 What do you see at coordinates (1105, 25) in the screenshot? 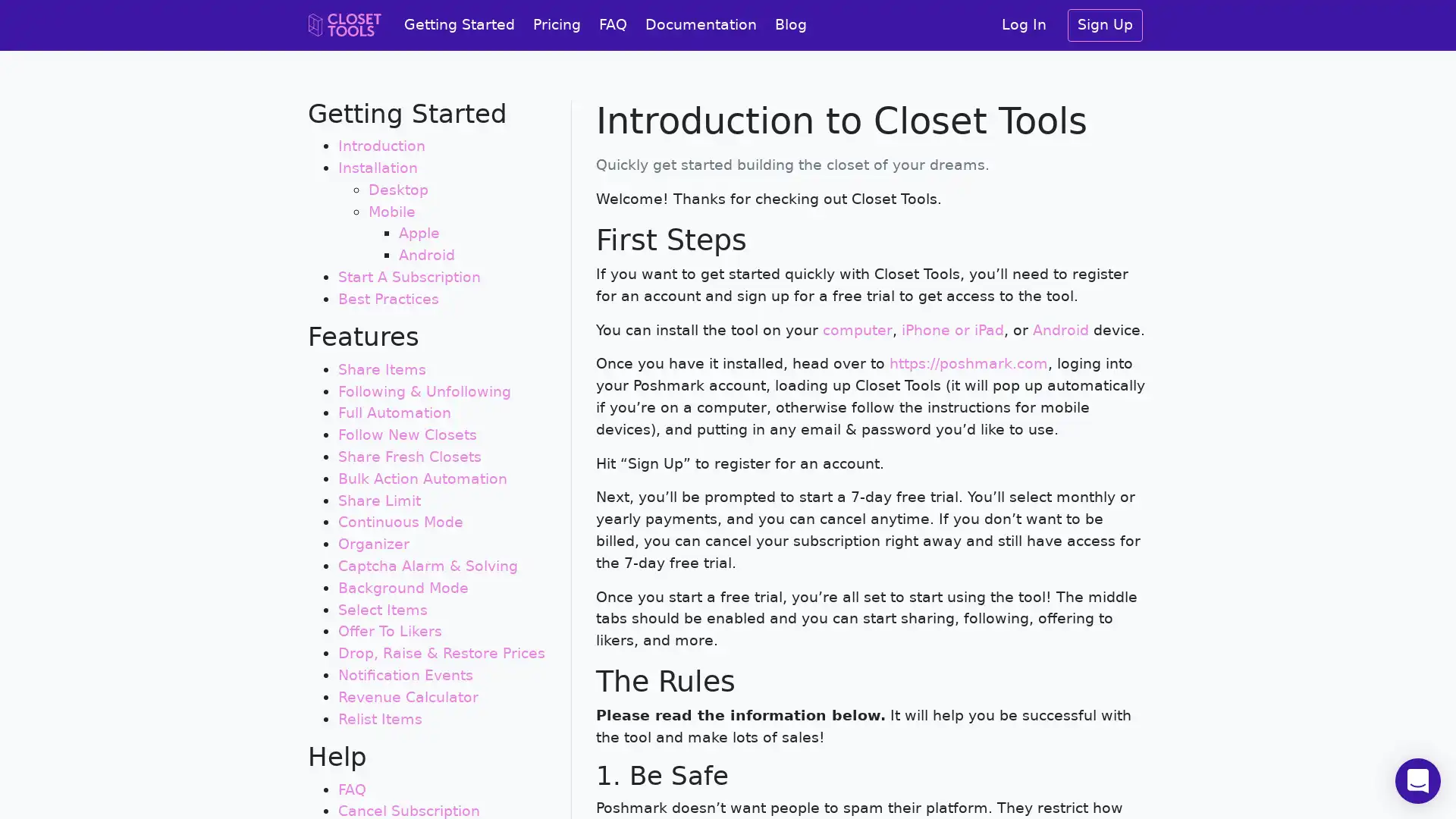
I see `Sign Up` at bounding box center [1105, 25].